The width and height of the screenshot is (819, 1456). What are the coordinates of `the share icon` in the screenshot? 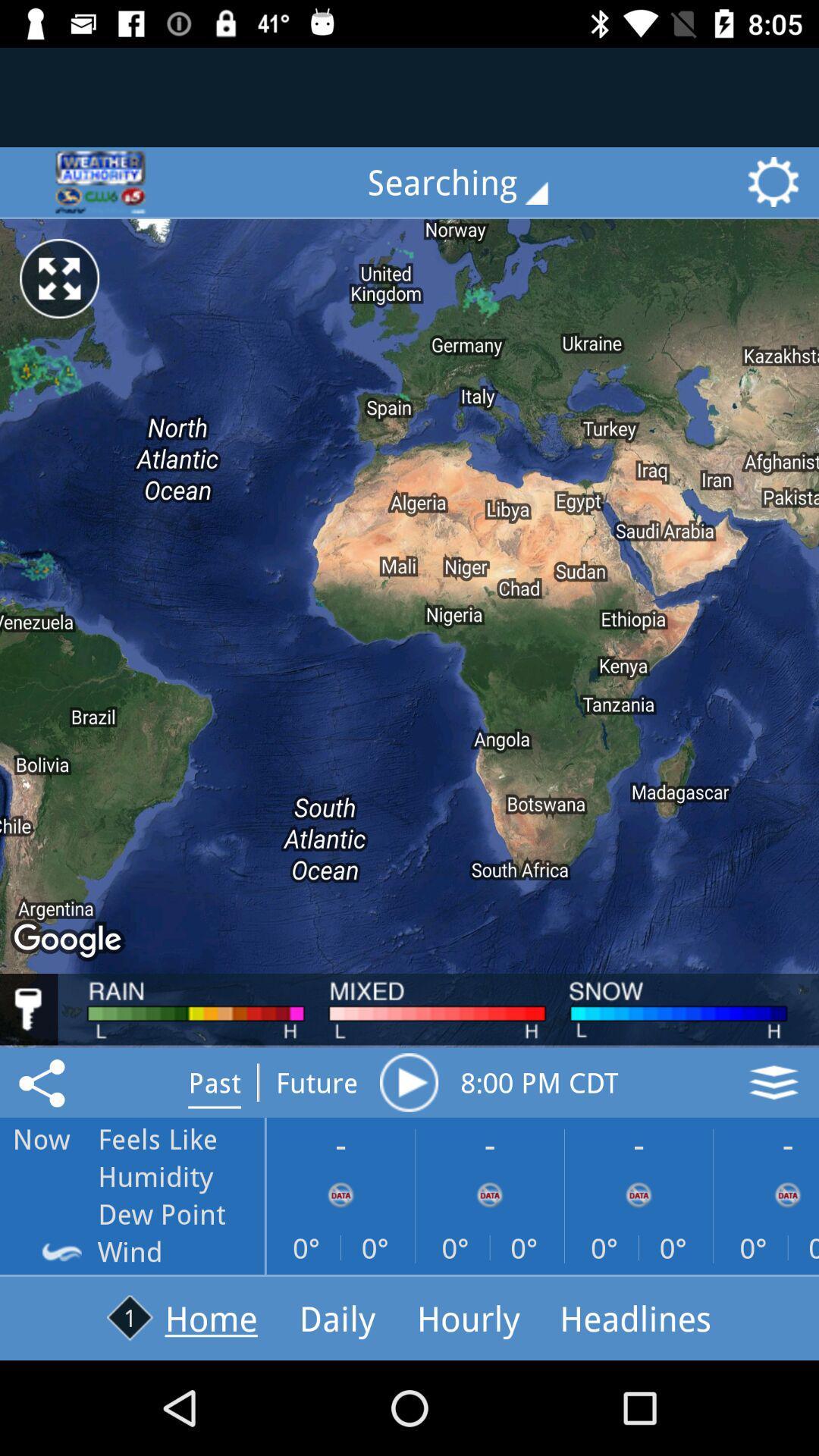 It's located at (44, 1081).